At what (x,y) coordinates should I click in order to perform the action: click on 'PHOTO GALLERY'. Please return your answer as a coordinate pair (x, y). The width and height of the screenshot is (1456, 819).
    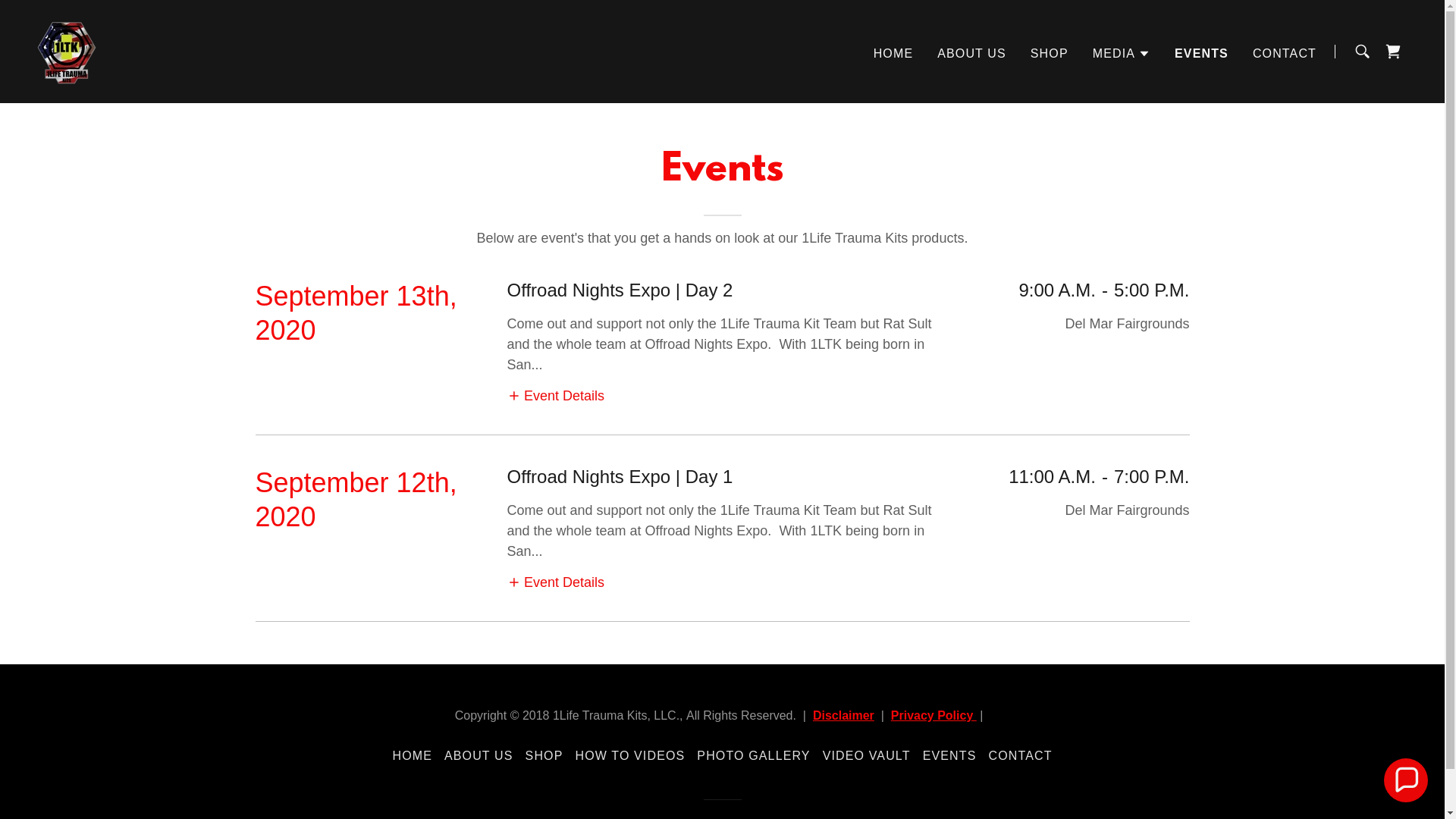
    Looking at the image, I should click on (753, 755).